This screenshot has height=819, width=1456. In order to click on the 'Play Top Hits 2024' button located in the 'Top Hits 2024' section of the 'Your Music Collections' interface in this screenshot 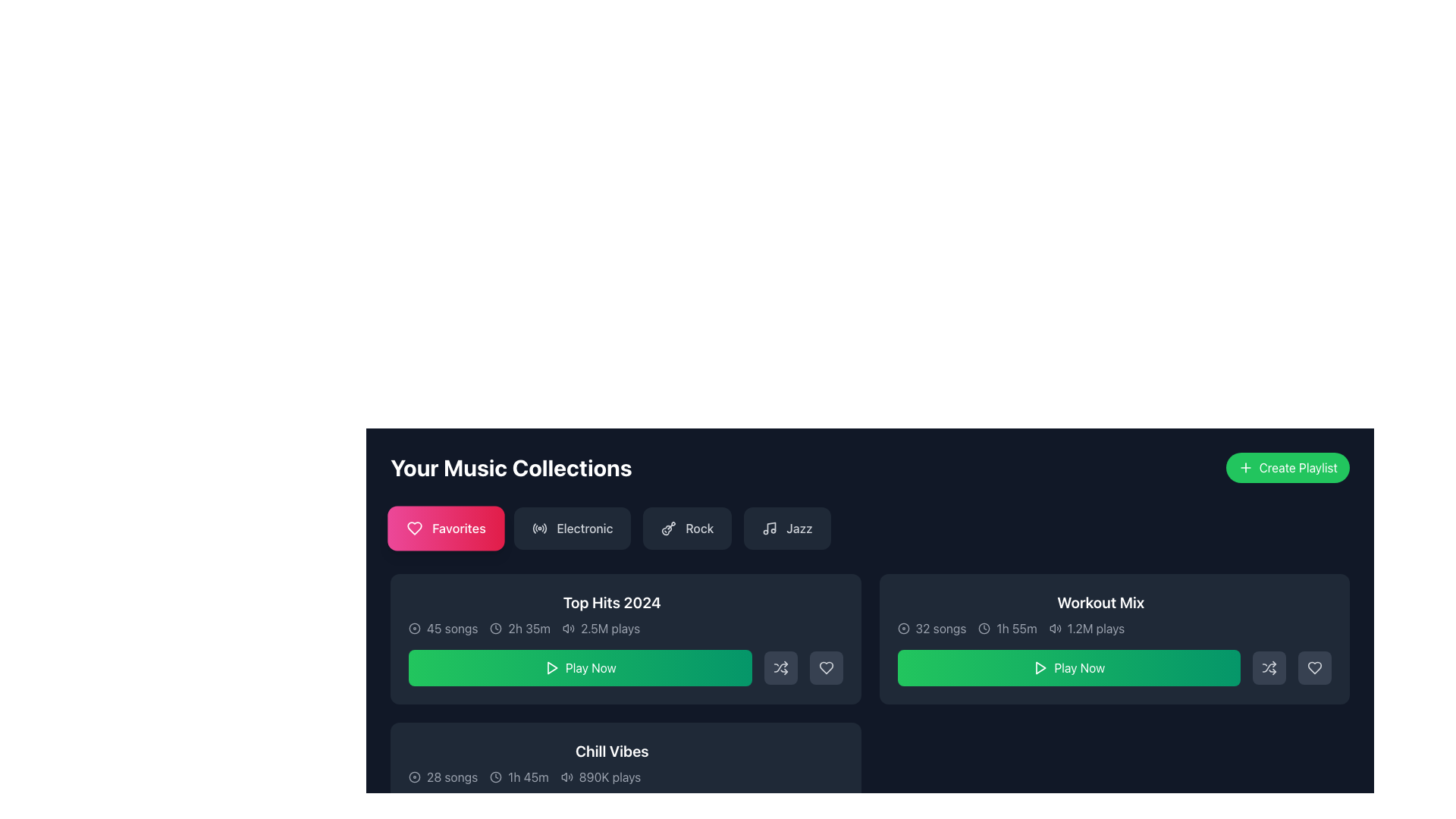, I will do `click(626, 667)`.